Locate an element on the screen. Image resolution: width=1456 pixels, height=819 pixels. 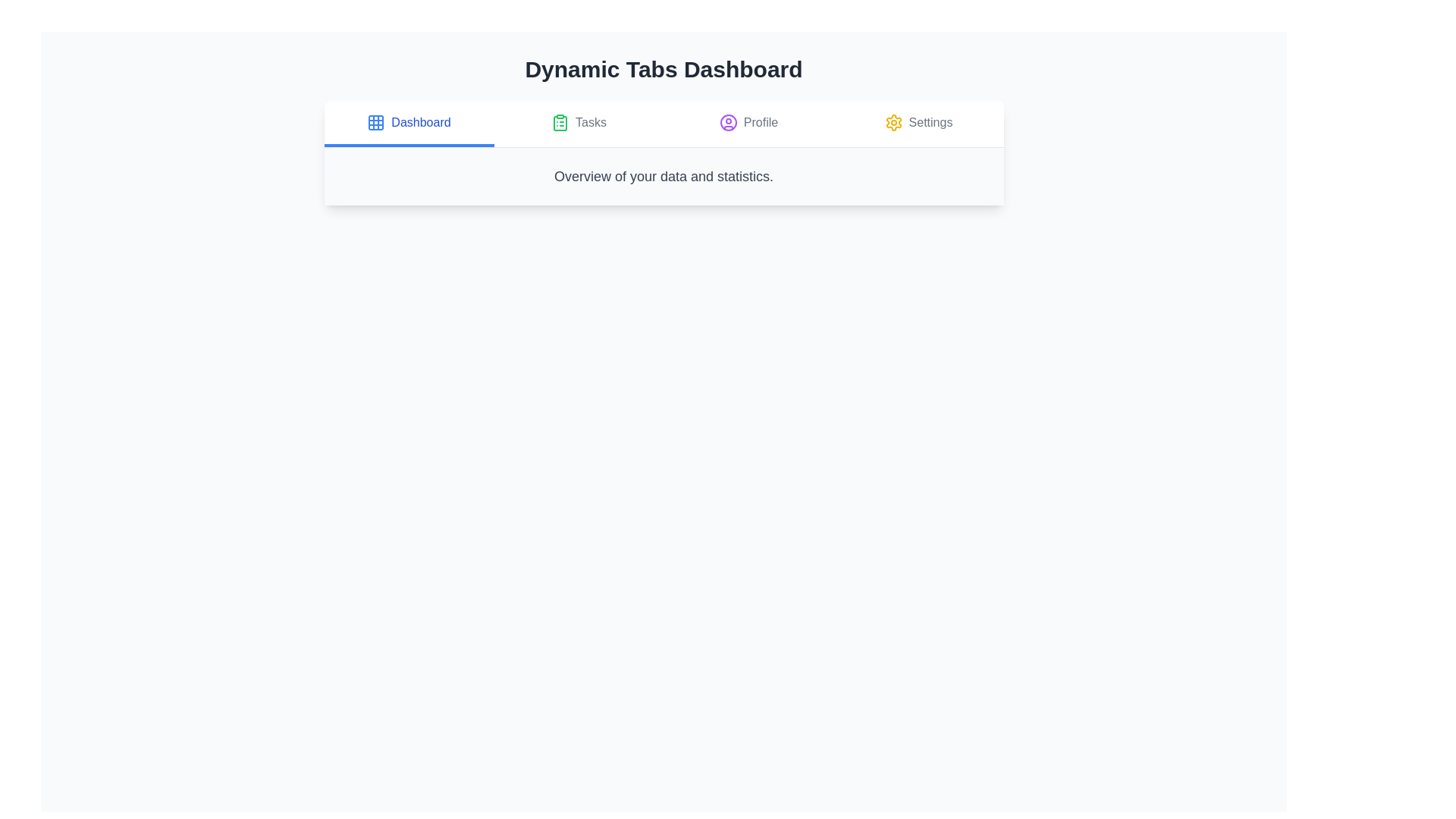
the 'Dashboard' Tab button using keyboard navigation is located at coordinates (409, 124).